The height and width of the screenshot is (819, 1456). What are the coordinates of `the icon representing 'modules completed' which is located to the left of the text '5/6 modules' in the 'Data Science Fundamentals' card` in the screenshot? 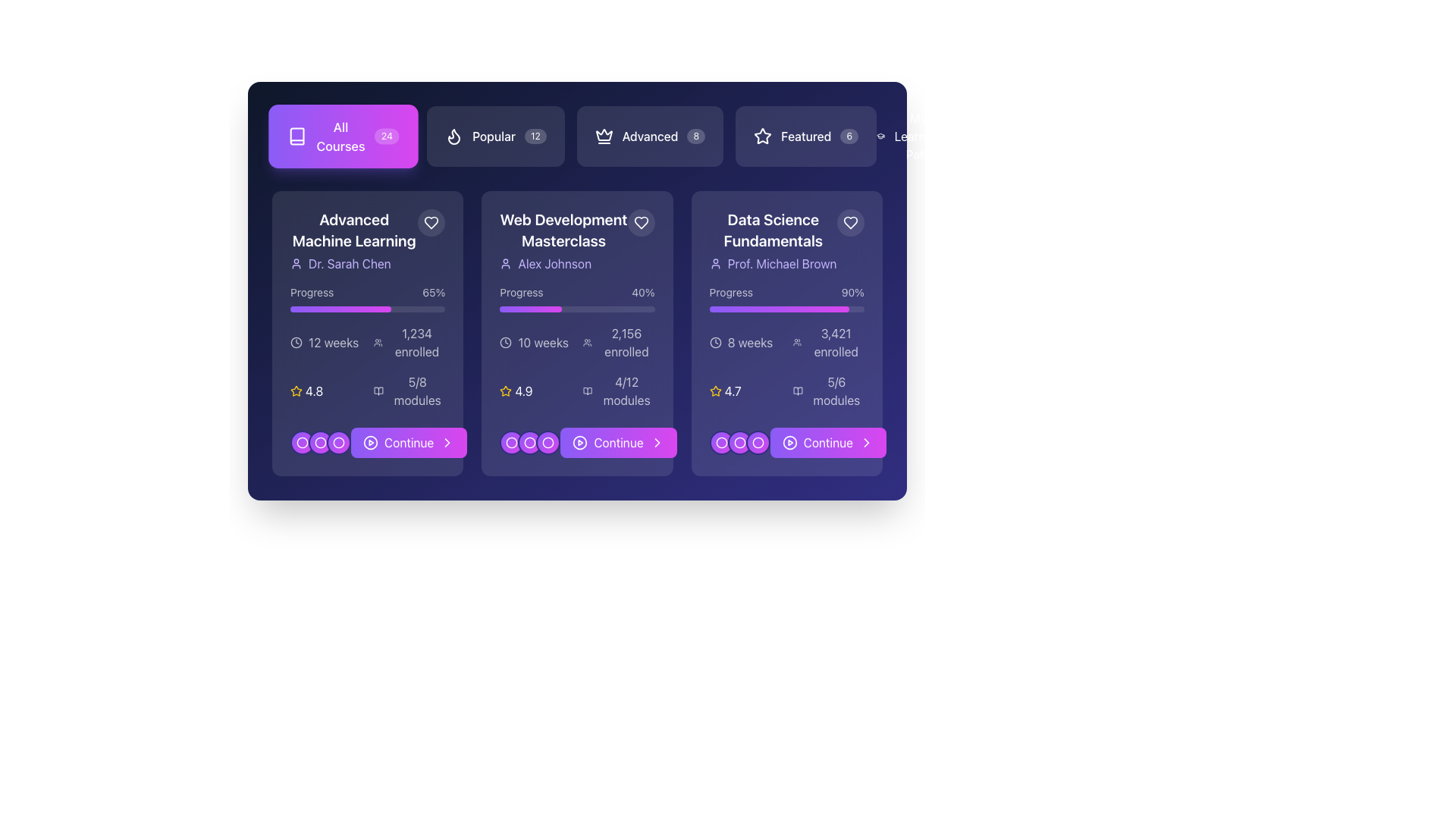 It's located at (797, 391).